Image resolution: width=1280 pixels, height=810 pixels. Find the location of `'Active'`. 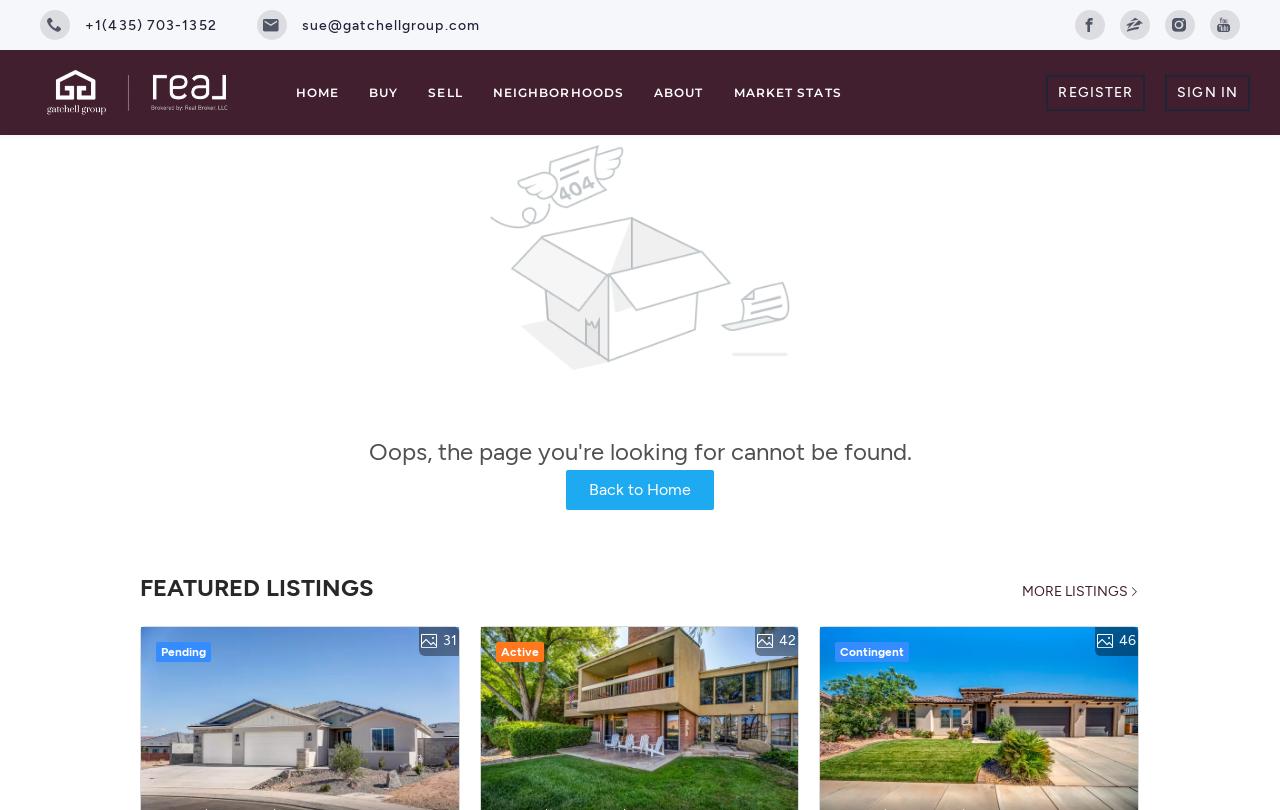

'Active' is located at coordinates (519, 649).